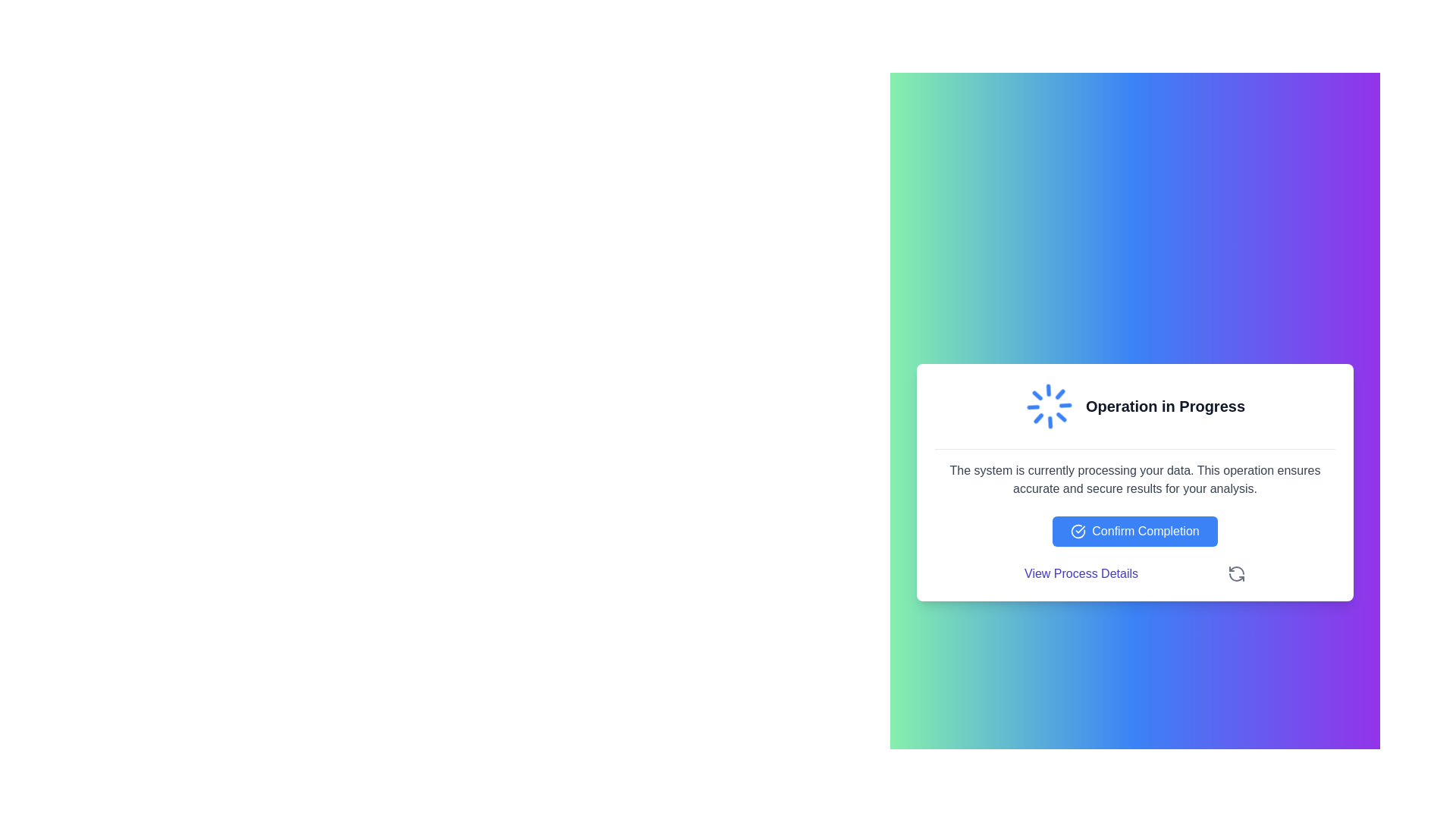  I want to click on text block that states: 'The system is currently processing your data. This operation ensures accurate and secure results for your analysis.' located in the center of the modal dialog box beneath the title 'Operation in Progress', so click(1135, 479).